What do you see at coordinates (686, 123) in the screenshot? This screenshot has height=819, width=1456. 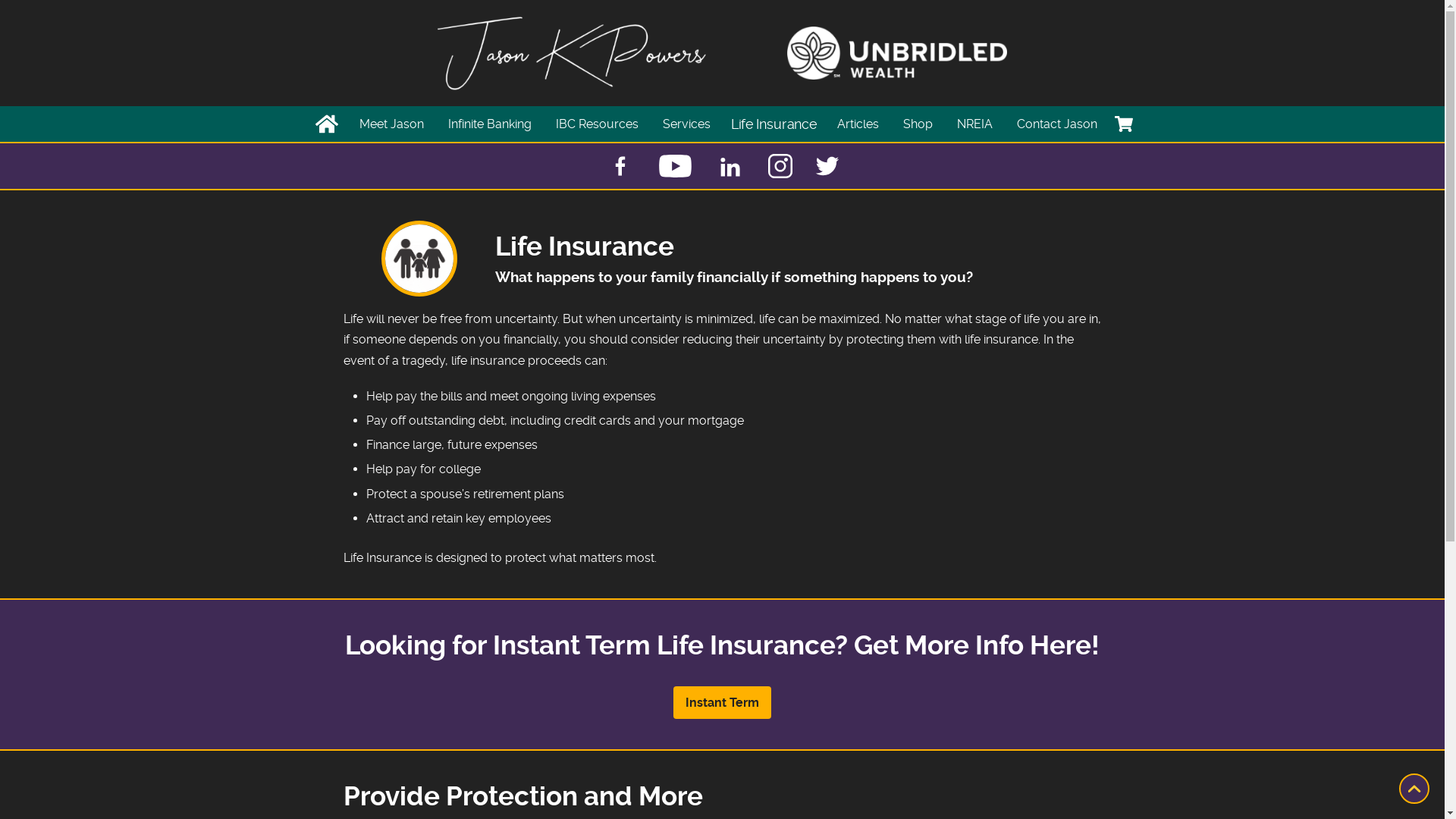 I see `'Services'` at bounding box center [686, 123].